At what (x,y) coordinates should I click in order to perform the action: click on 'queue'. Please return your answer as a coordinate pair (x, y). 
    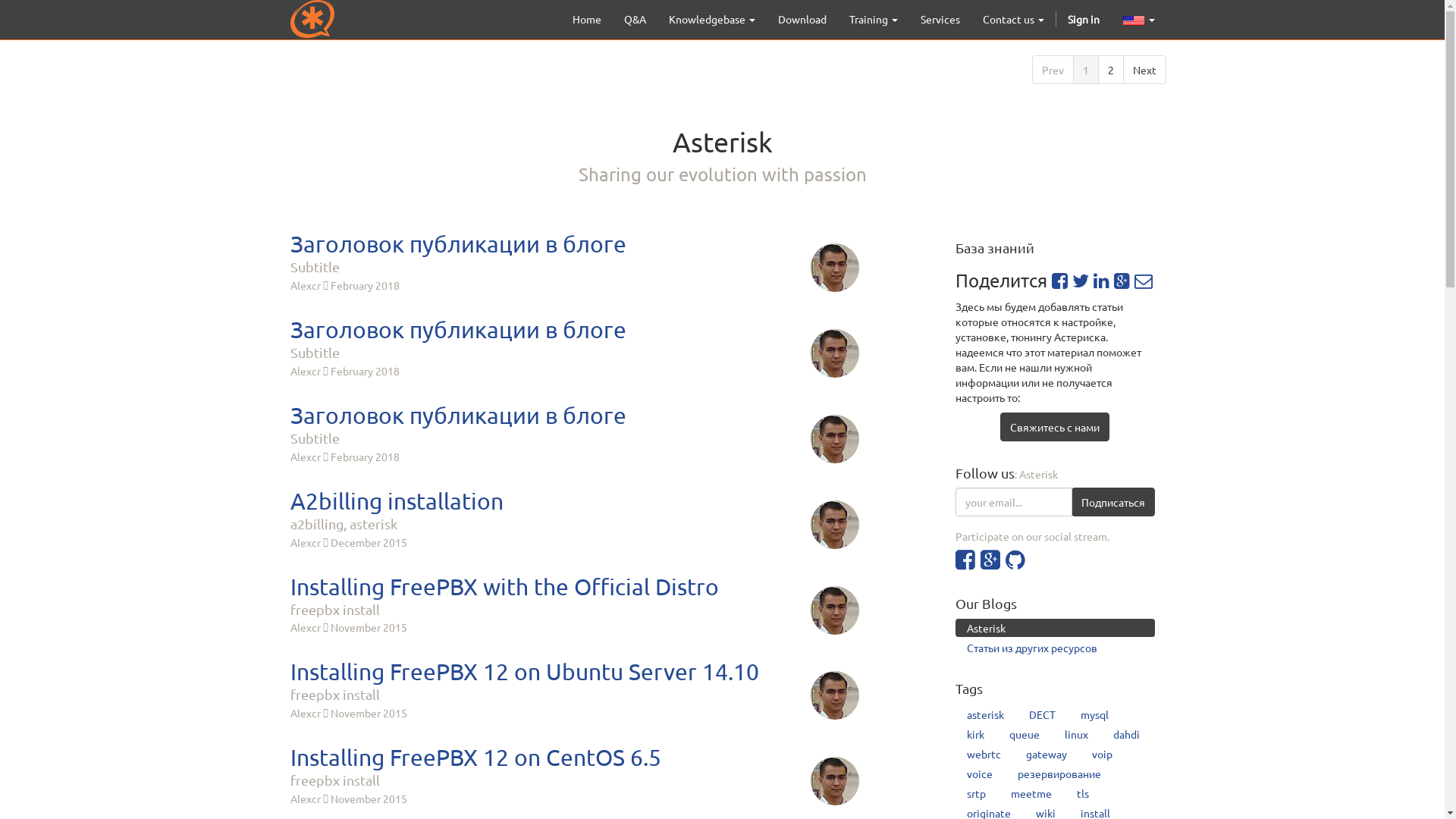
    Looking at the image, I should click on (1024, 733).